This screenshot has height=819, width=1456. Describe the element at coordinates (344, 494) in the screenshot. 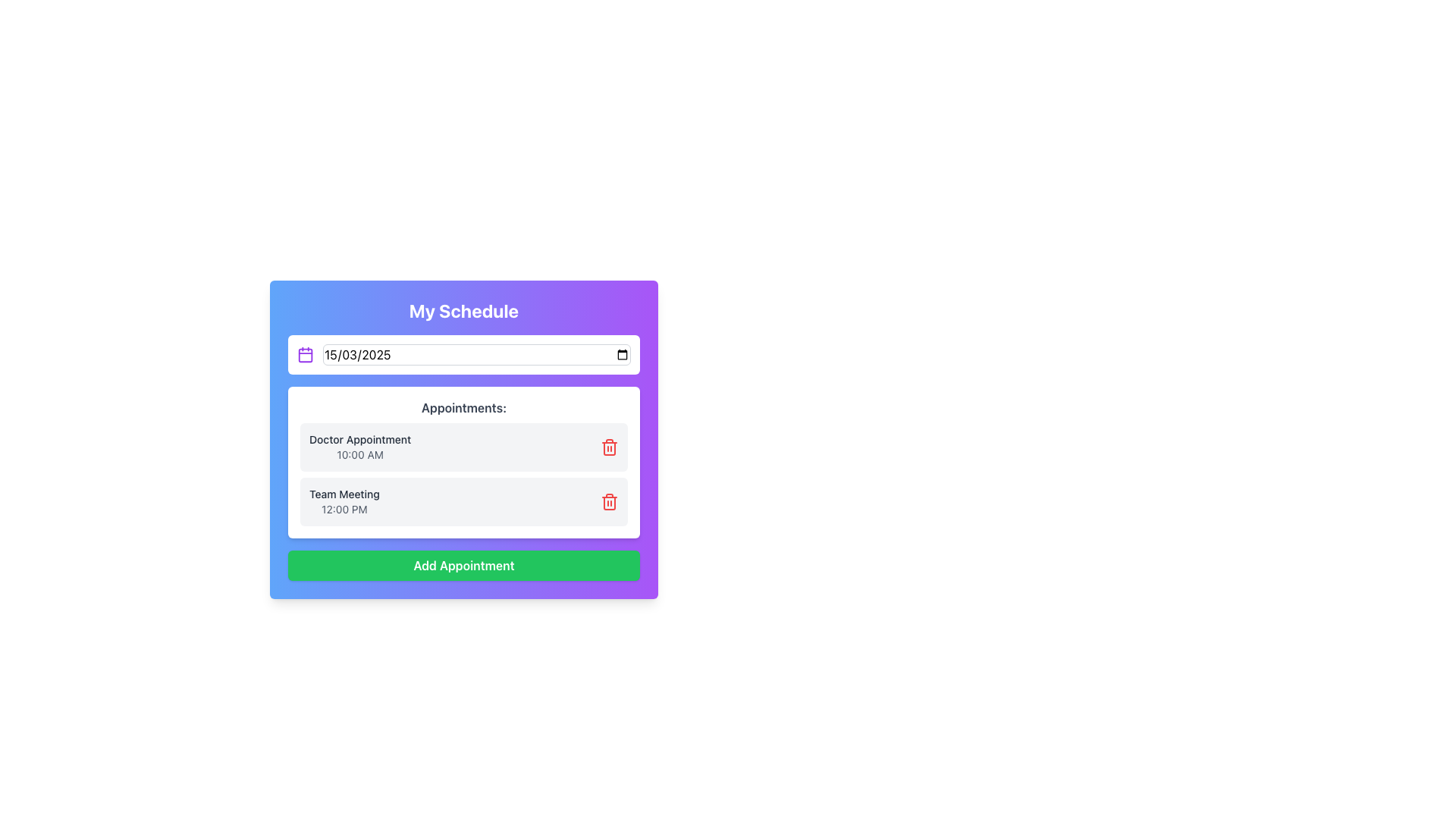

I see `the static text displaying the title of a scheduled appointment, located above the '12:00 PM' text in the 'Appointments' section` at that location.